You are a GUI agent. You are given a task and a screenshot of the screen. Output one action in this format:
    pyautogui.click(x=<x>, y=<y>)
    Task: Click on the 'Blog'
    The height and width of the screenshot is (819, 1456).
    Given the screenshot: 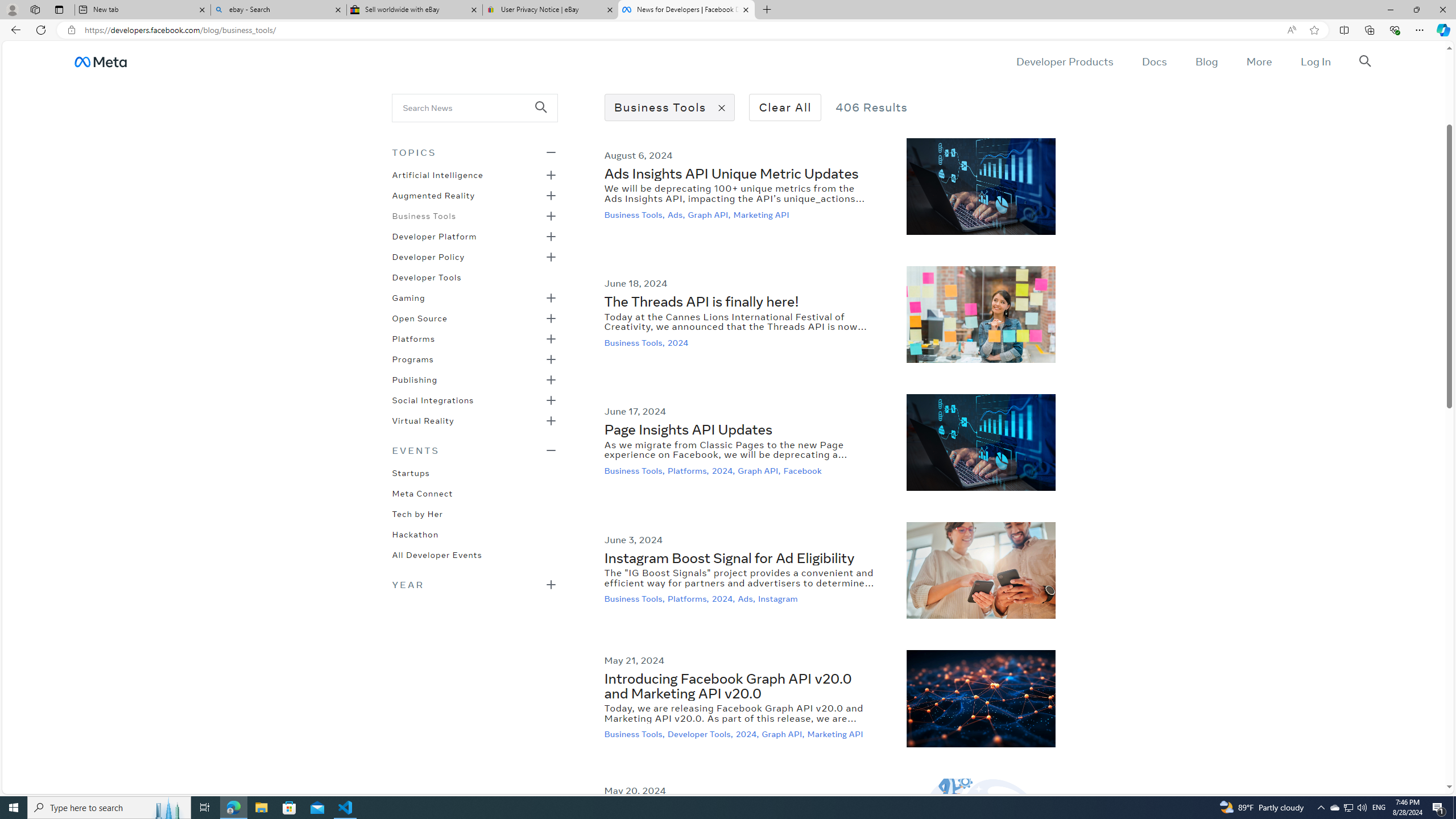 What is the action you would take?
    pyautogui.click(x=1205, y=61)
    